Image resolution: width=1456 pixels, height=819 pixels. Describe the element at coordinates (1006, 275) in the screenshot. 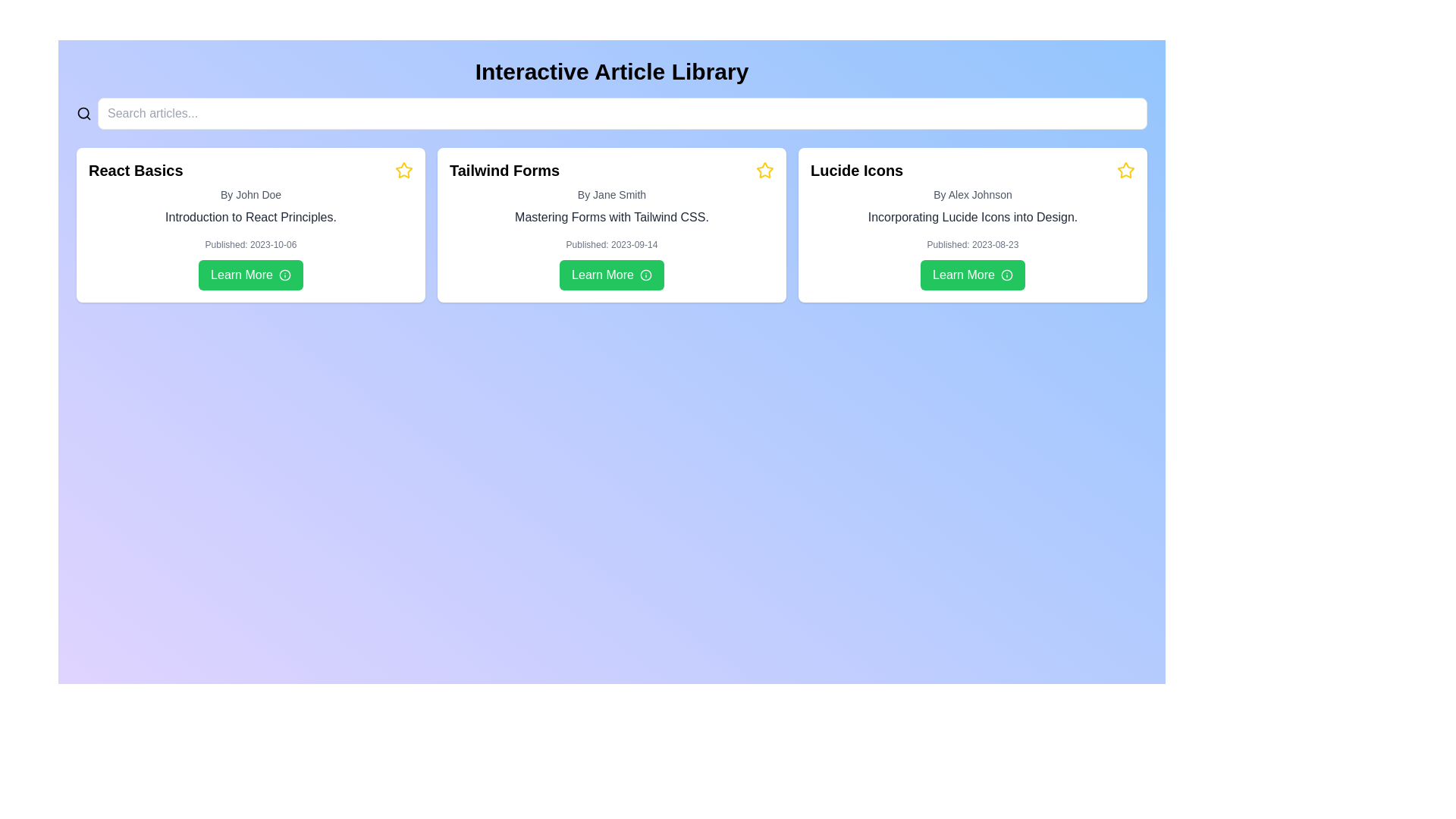

I see `the icon located at the right end of the 'Learn More' button in the 'Lucide Icons' section of the third article card` at that location.